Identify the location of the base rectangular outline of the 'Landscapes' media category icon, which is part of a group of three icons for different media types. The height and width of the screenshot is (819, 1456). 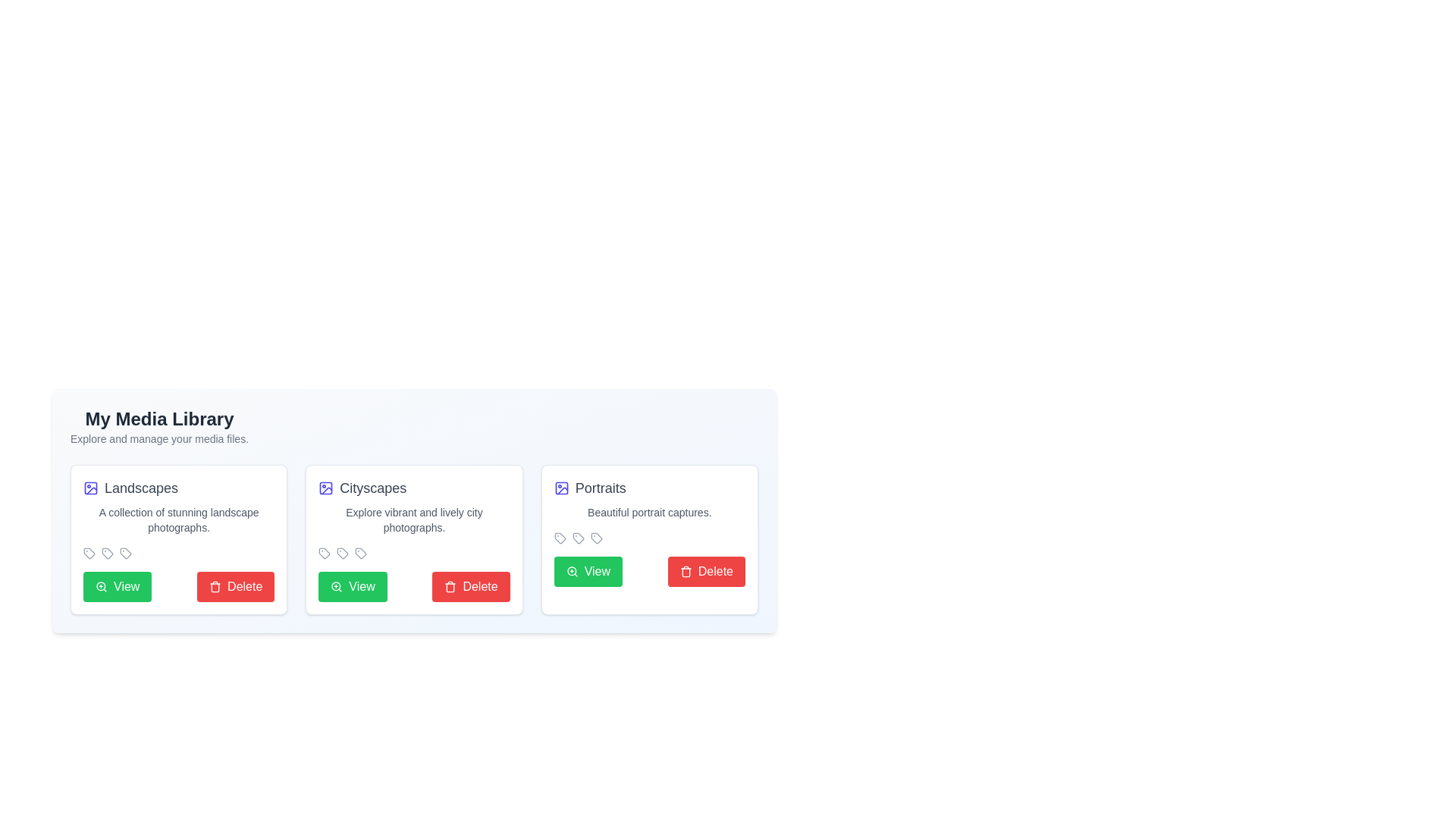
(560, 488).